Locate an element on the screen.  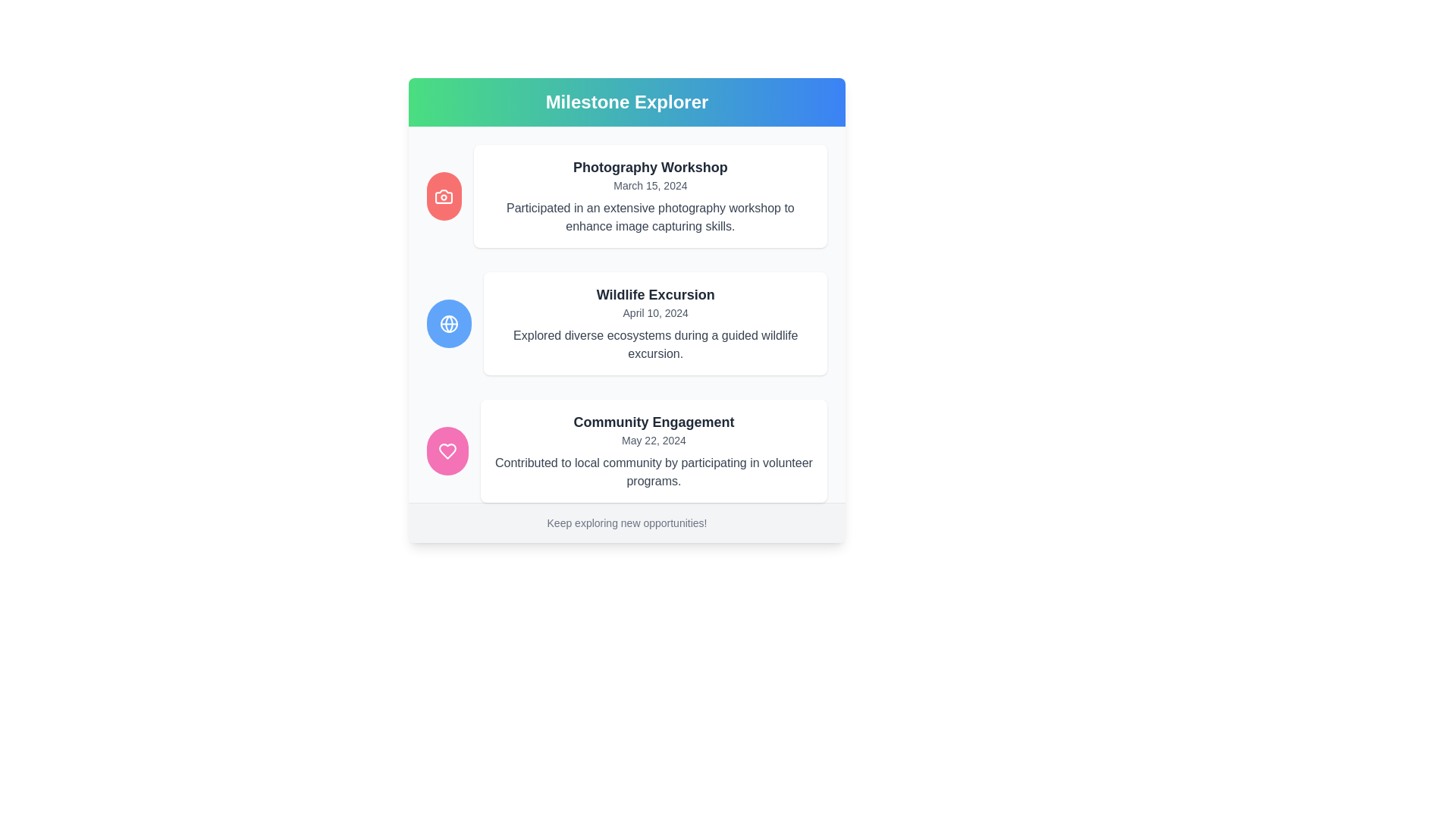
the static banner or heading located at the topmost section of the card-like layout, which serves as the title for the content section that follows is located at coordinates (626, 102).